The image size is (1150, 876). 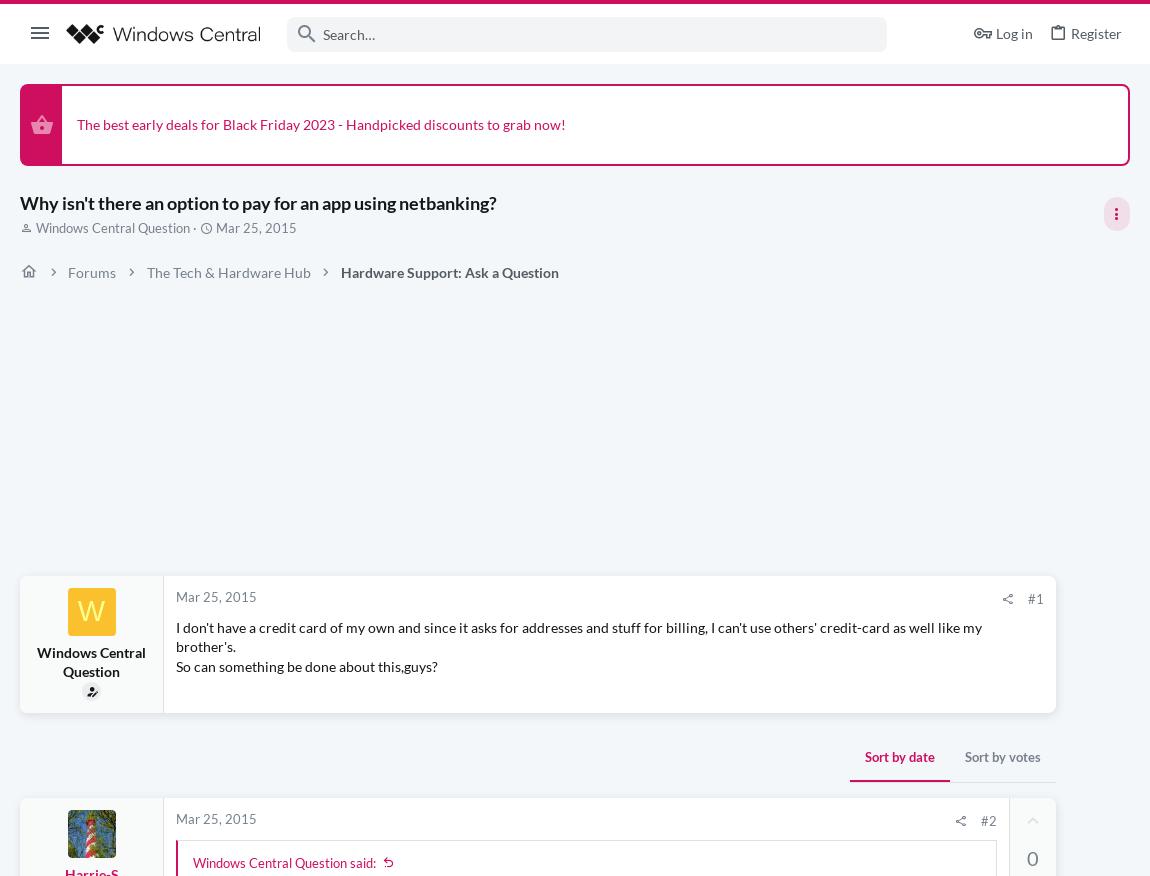 I want to click on 'Sort by date', so click(x=618, y=757).